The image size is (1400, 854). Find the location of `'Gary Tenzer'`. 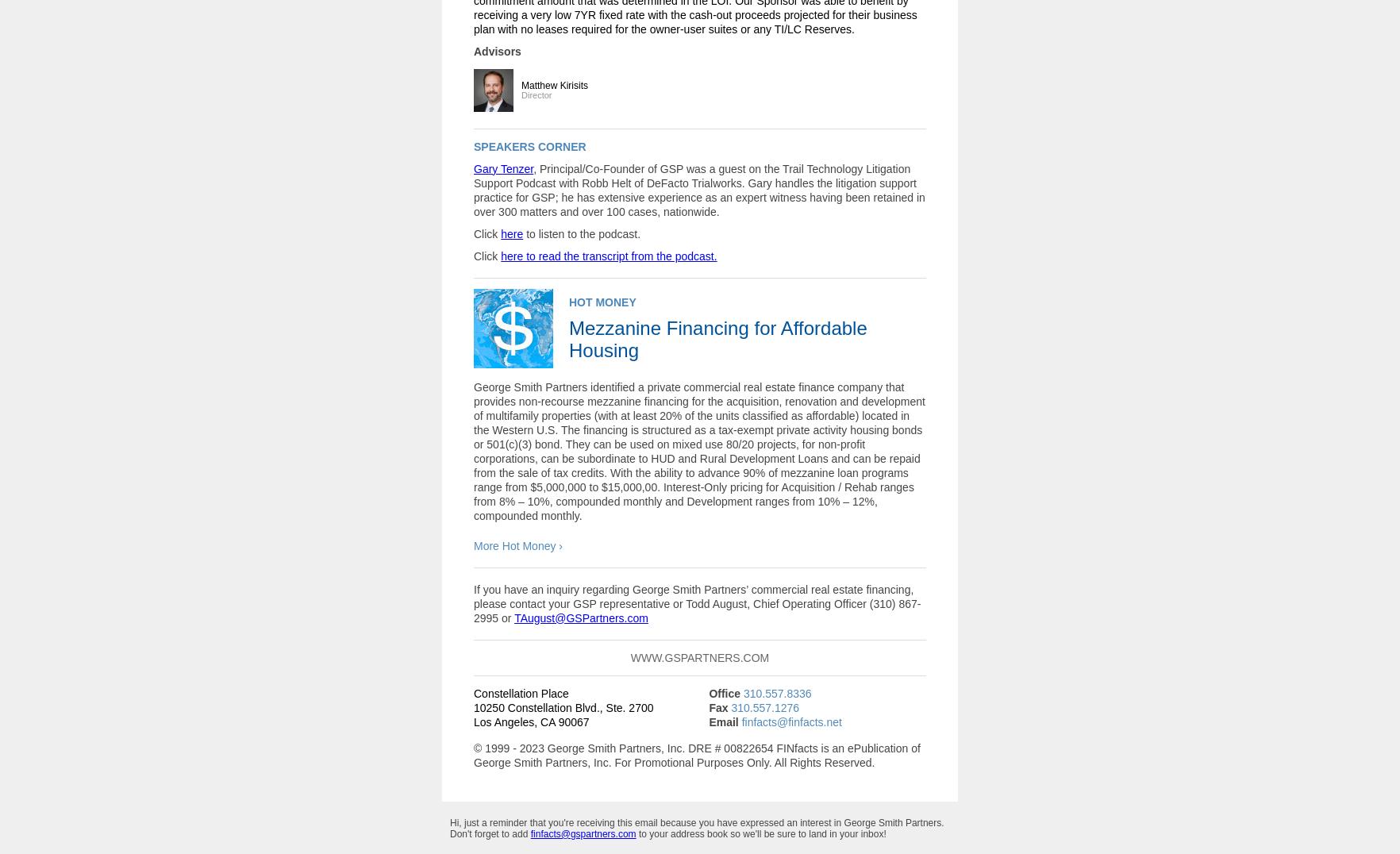

'Gary Tenzer' is located at coordinates (473, 167).